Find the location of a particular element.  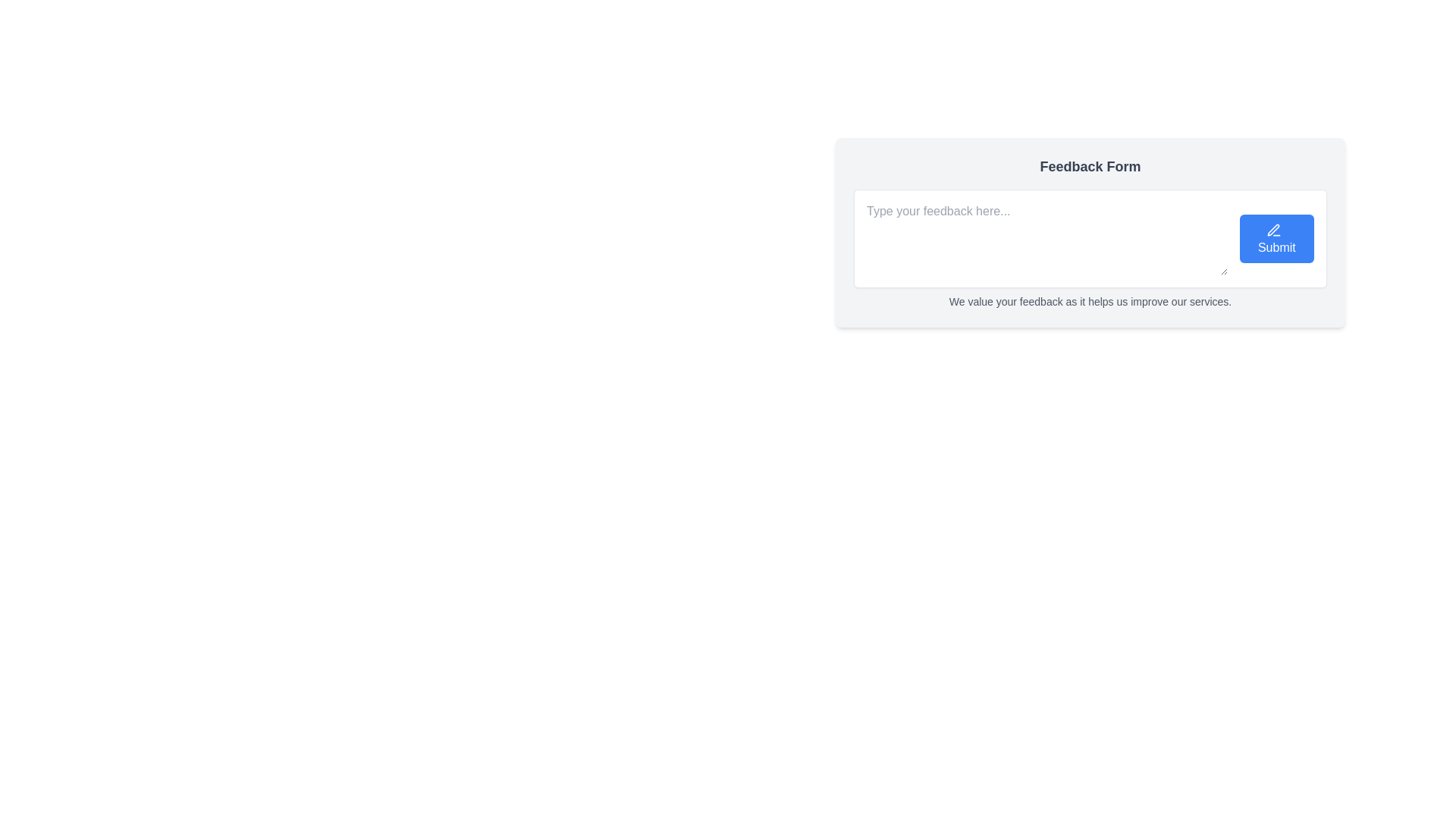

the blue 'Submit' button with rounded corners, which has white text and a pen icon is located at coordinates (1276, 239).